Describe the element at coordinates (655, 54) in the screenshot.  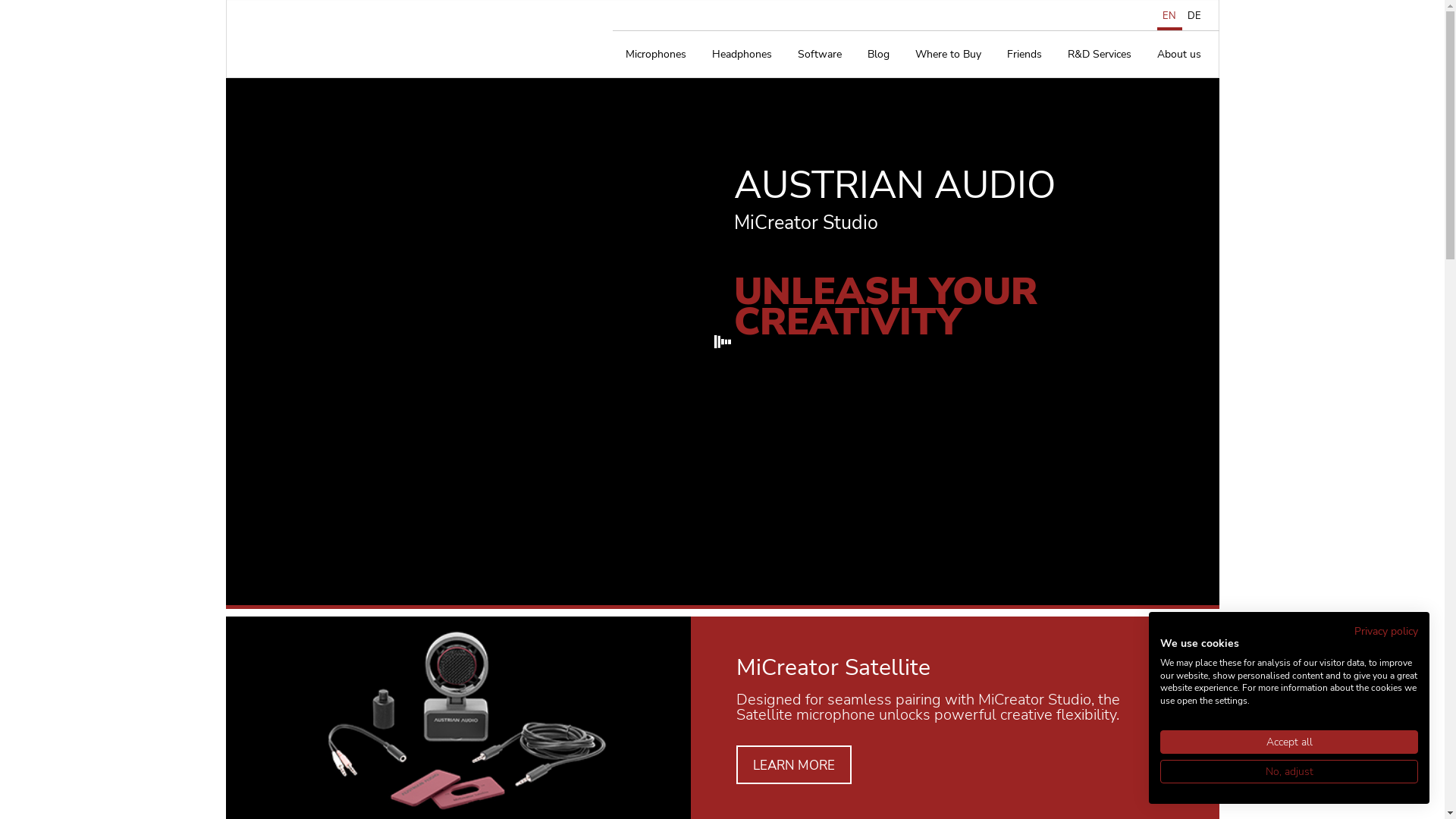
I see `'Microphones'` at that location.